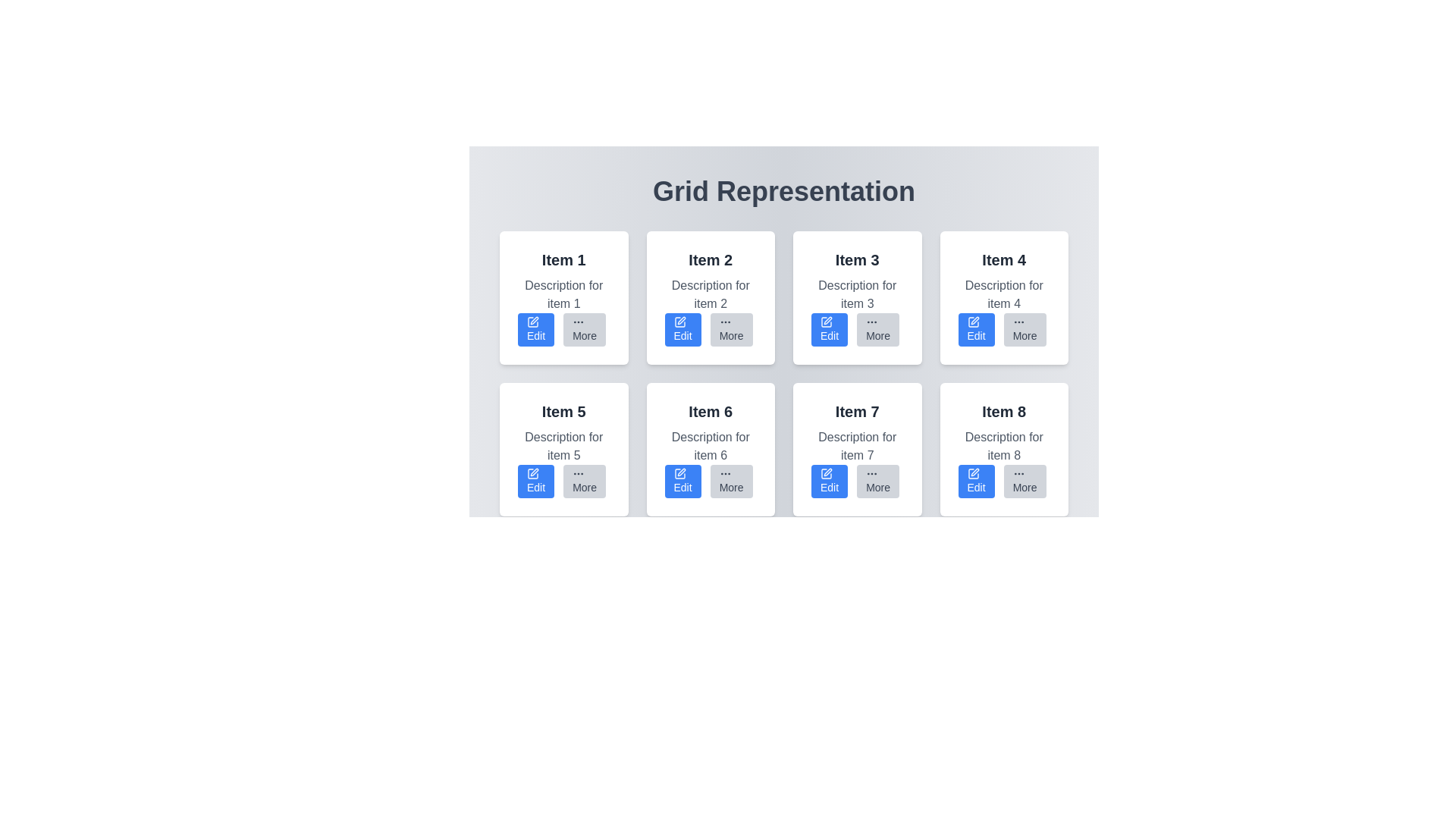 Image resolution: width=1456 pixels, height=819 pixels. I want to click on the static descriptive text located beneath the header 'Item 5' and above the buttons labeled 'Edit' and 'More', so click(563, 446).